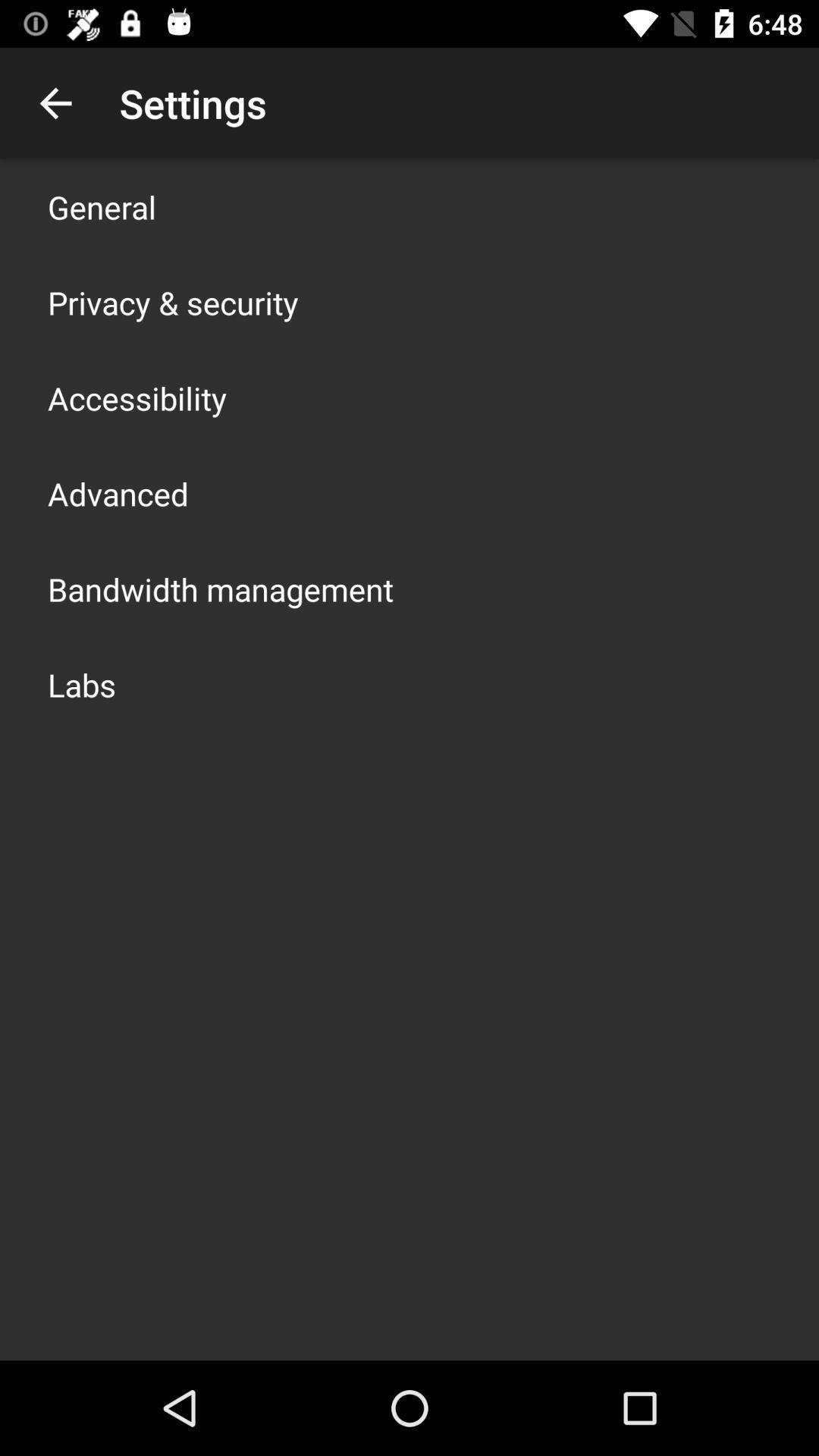 Image resolution: width=819 pixels, height=1456 pixels. I want to click on app above privacy & security app, so click(102, 206).